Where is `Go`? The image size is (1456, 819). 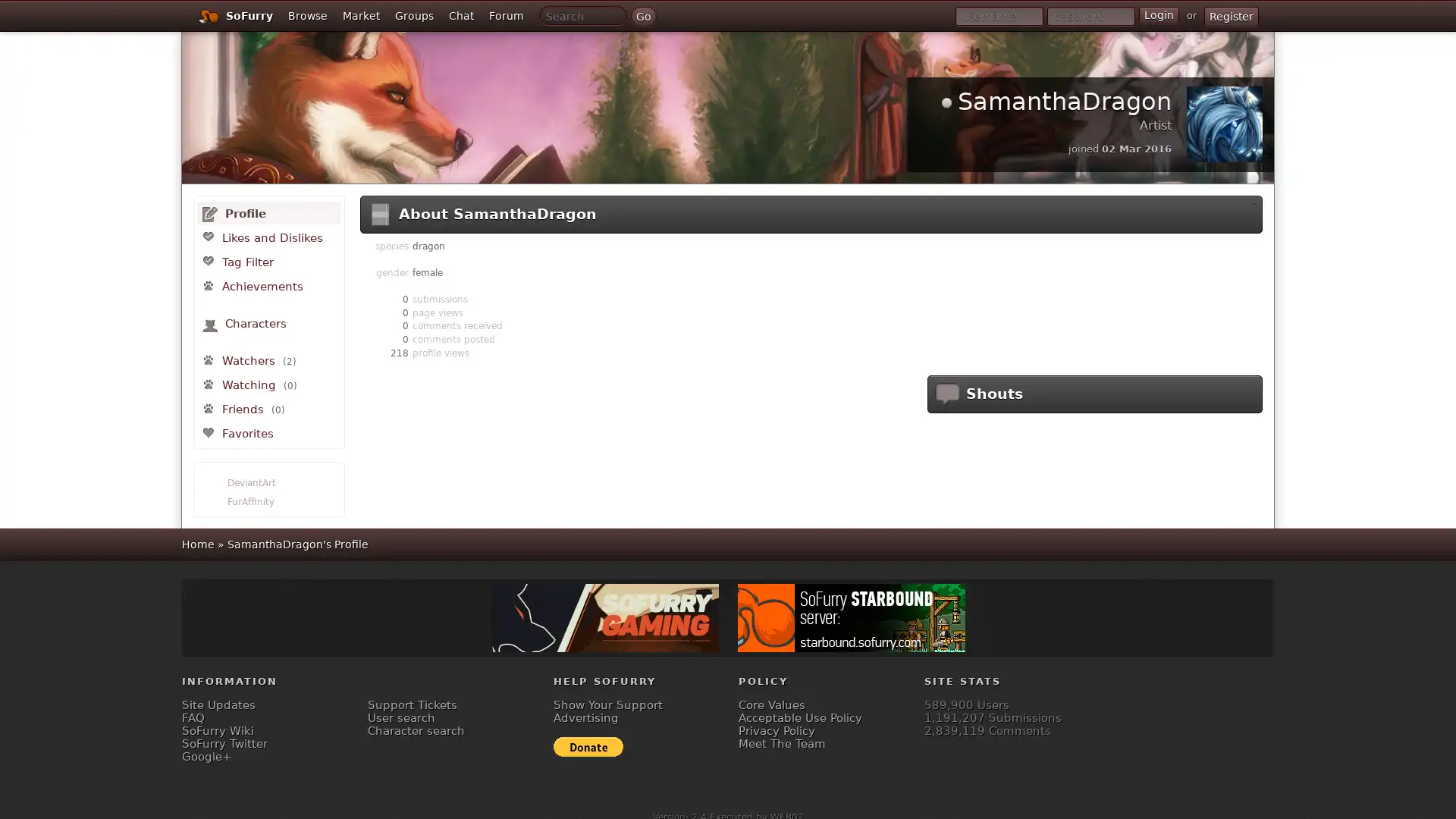
Go is located at coordinates (644, 17).